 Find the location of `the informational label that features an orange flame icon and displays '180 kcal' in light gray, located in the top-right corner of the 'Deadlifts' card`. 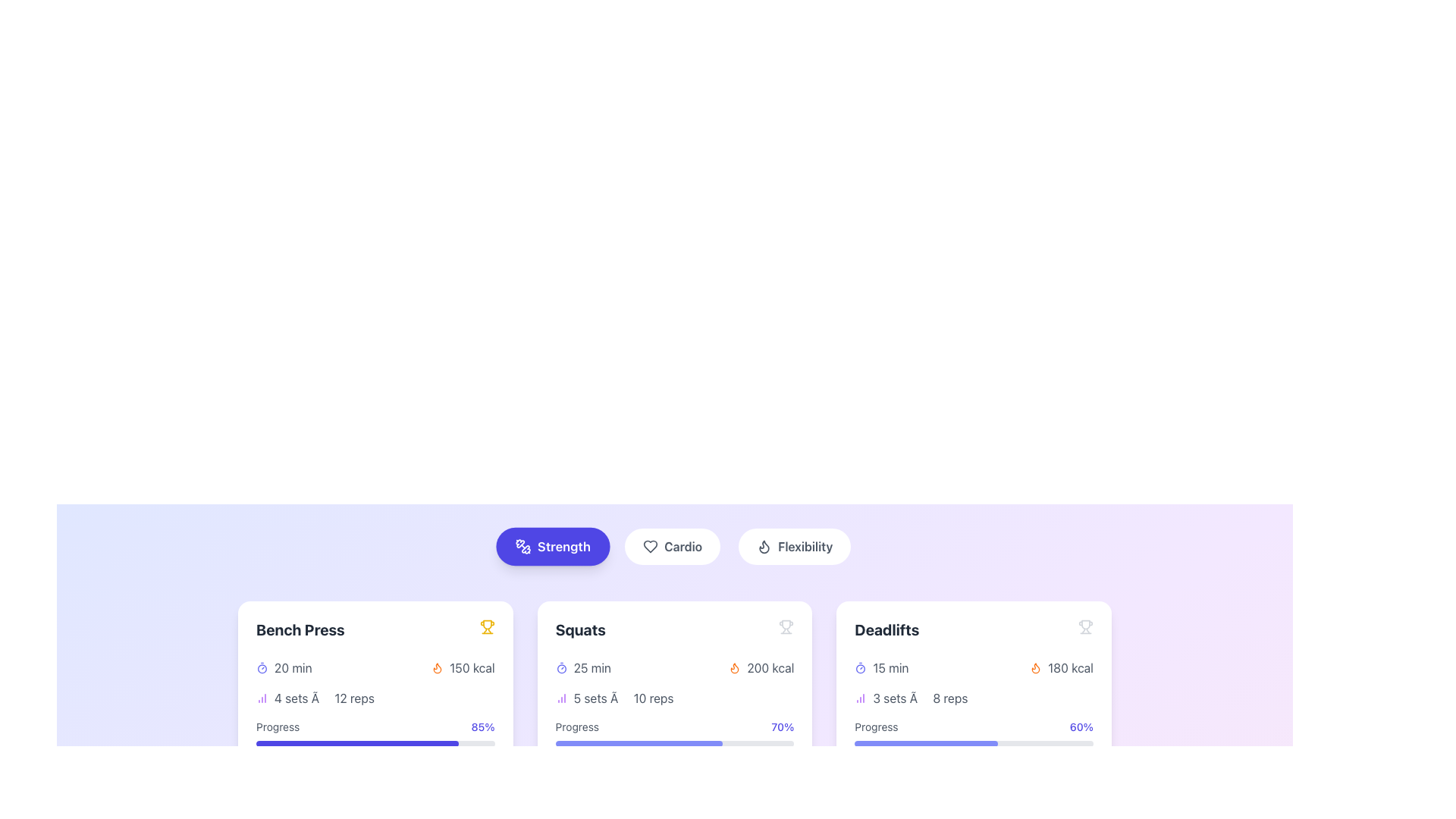

the informational label that features an orange flame icon and displays '180 kcal' in light gray, located in the top-right corner of the 'Deadlifts' card is located at coordinates (1061, 667).